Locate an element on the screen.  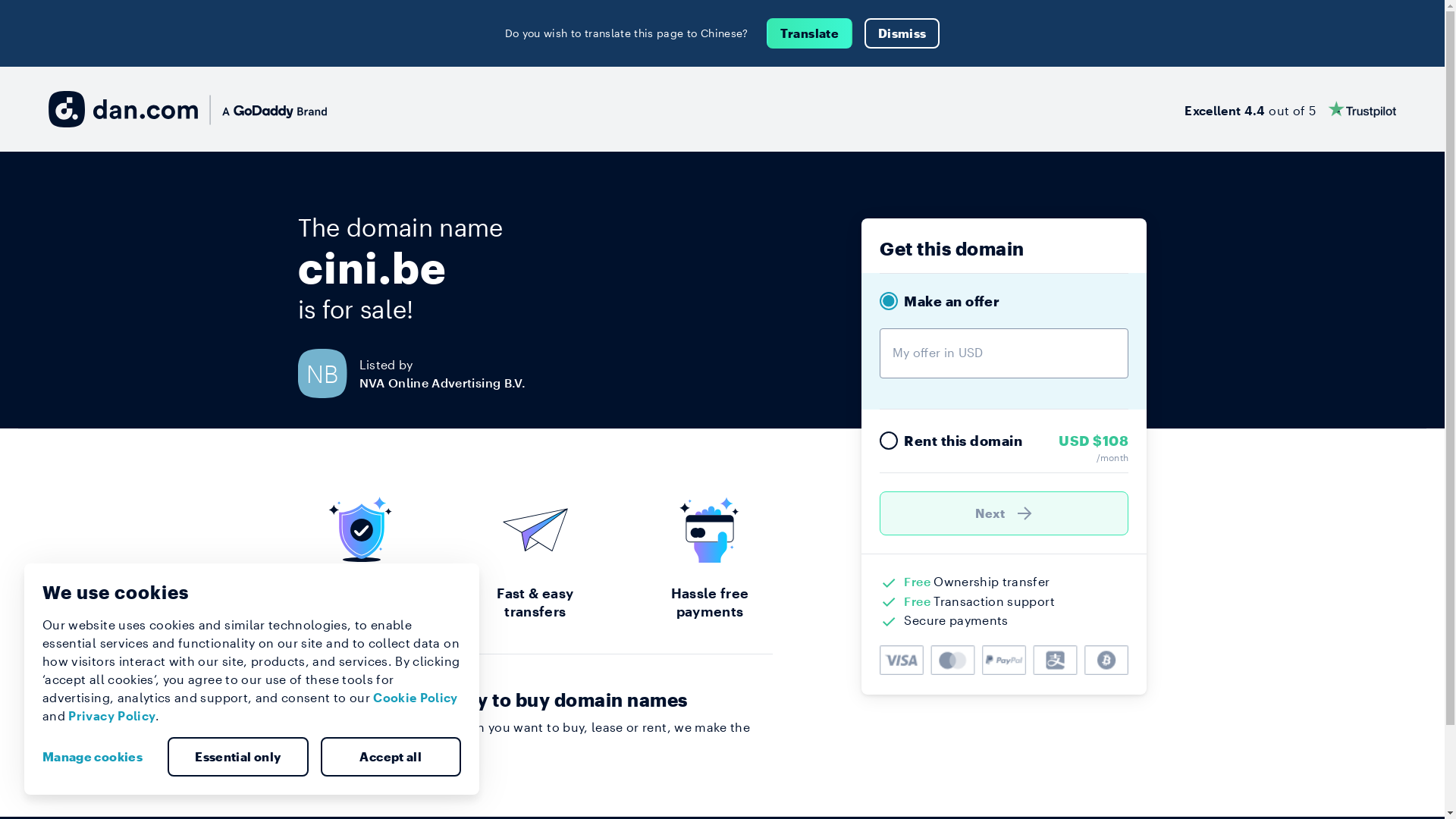
'Manage cookies' is located at coordinates (97, 757).